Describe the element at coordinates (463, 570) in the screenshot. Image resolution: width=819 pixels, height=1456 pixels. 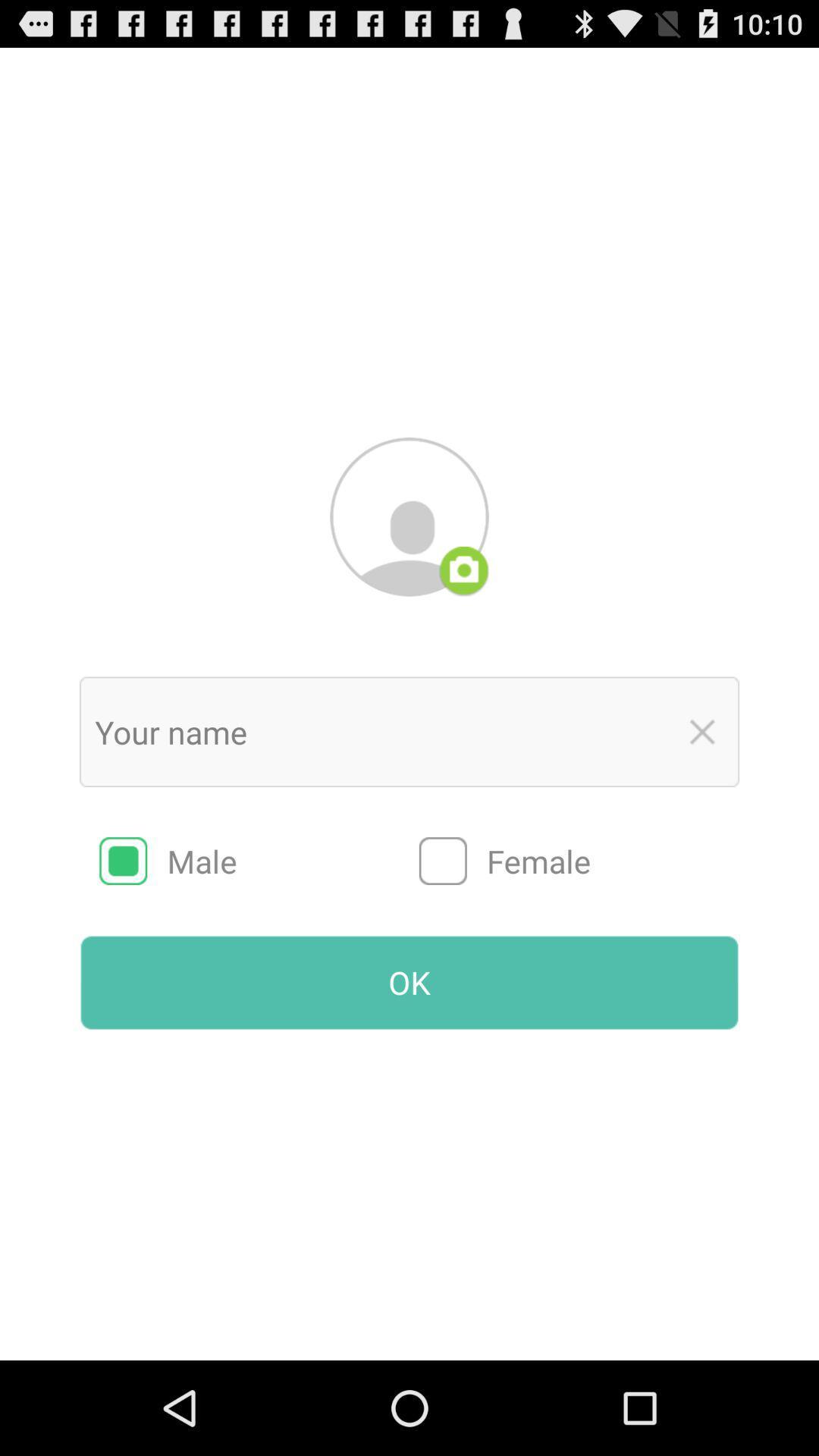
I see `choose photo` at that location.